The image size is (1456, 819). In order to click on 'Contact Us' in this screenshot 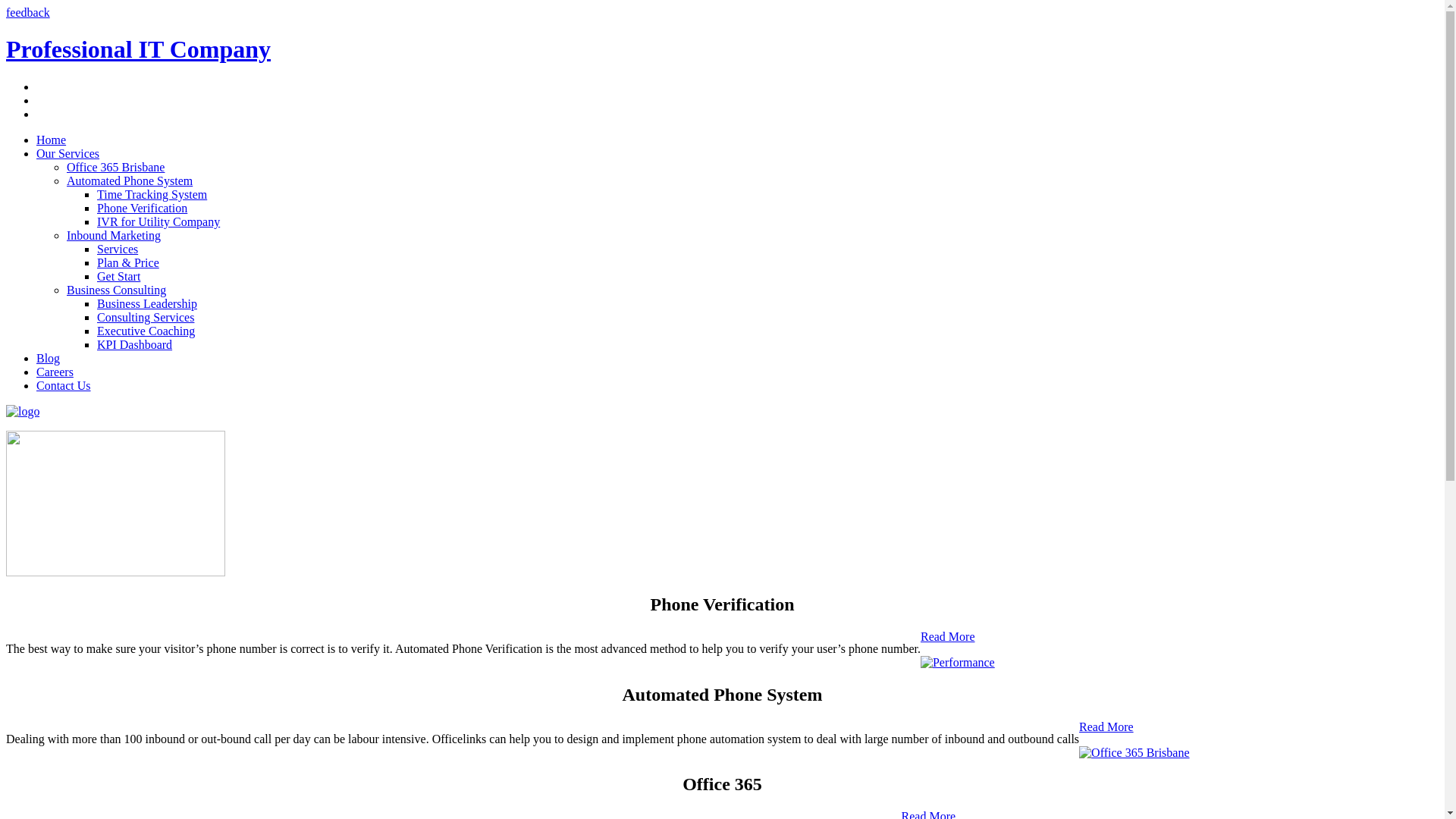, I will do `click(62, 384)`.